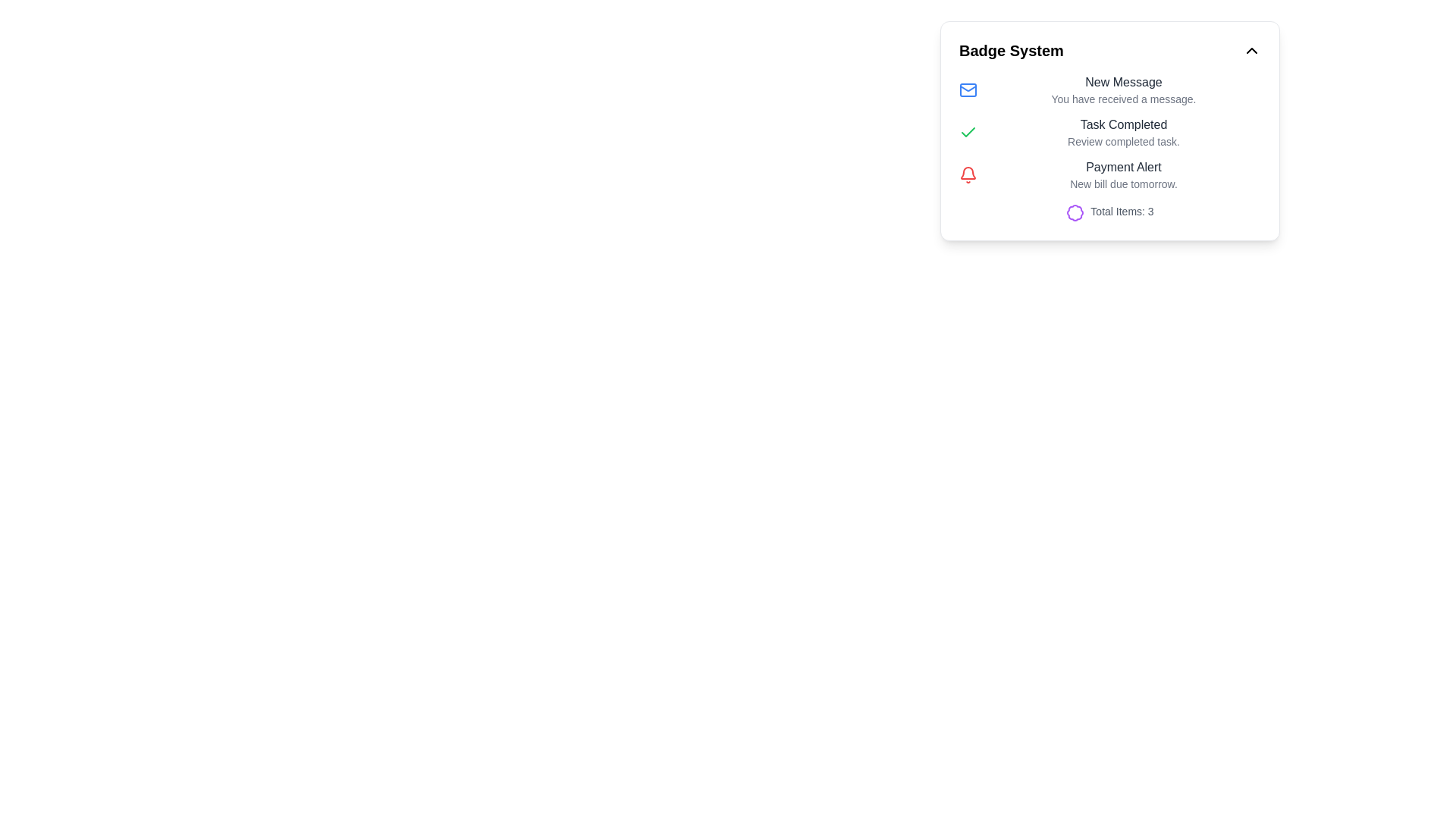  Describe the element at coordinates (1110, 130) in the screenshot. I see `the notification panel item that serves as a notification for completed tasks, which is the second item in the series of three notifications` at that location.